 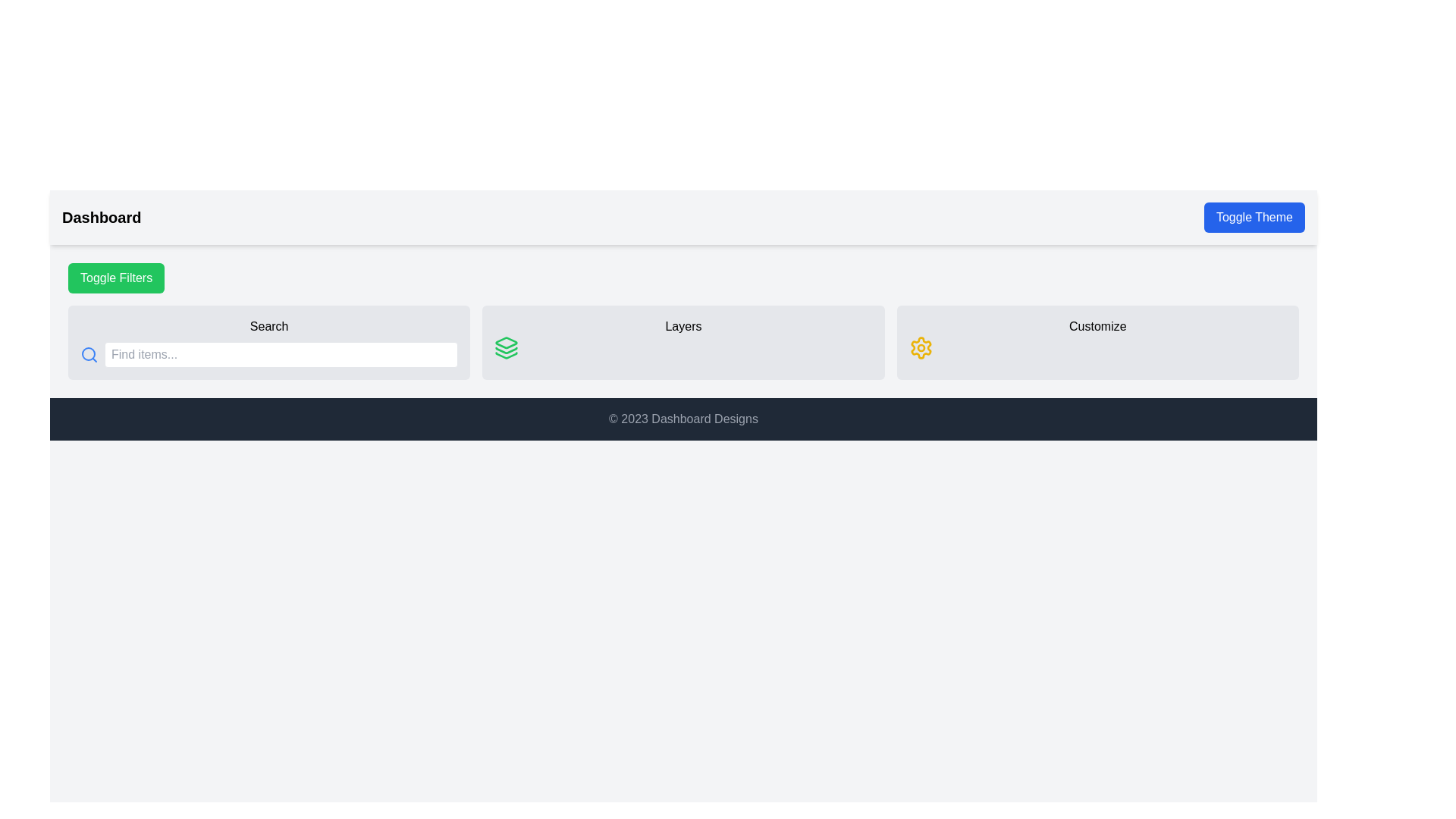 I want to click on the static representation of the topmost triangular shape with a green outline in the 'Layers' section of the interface, so click(x=506, y=342).